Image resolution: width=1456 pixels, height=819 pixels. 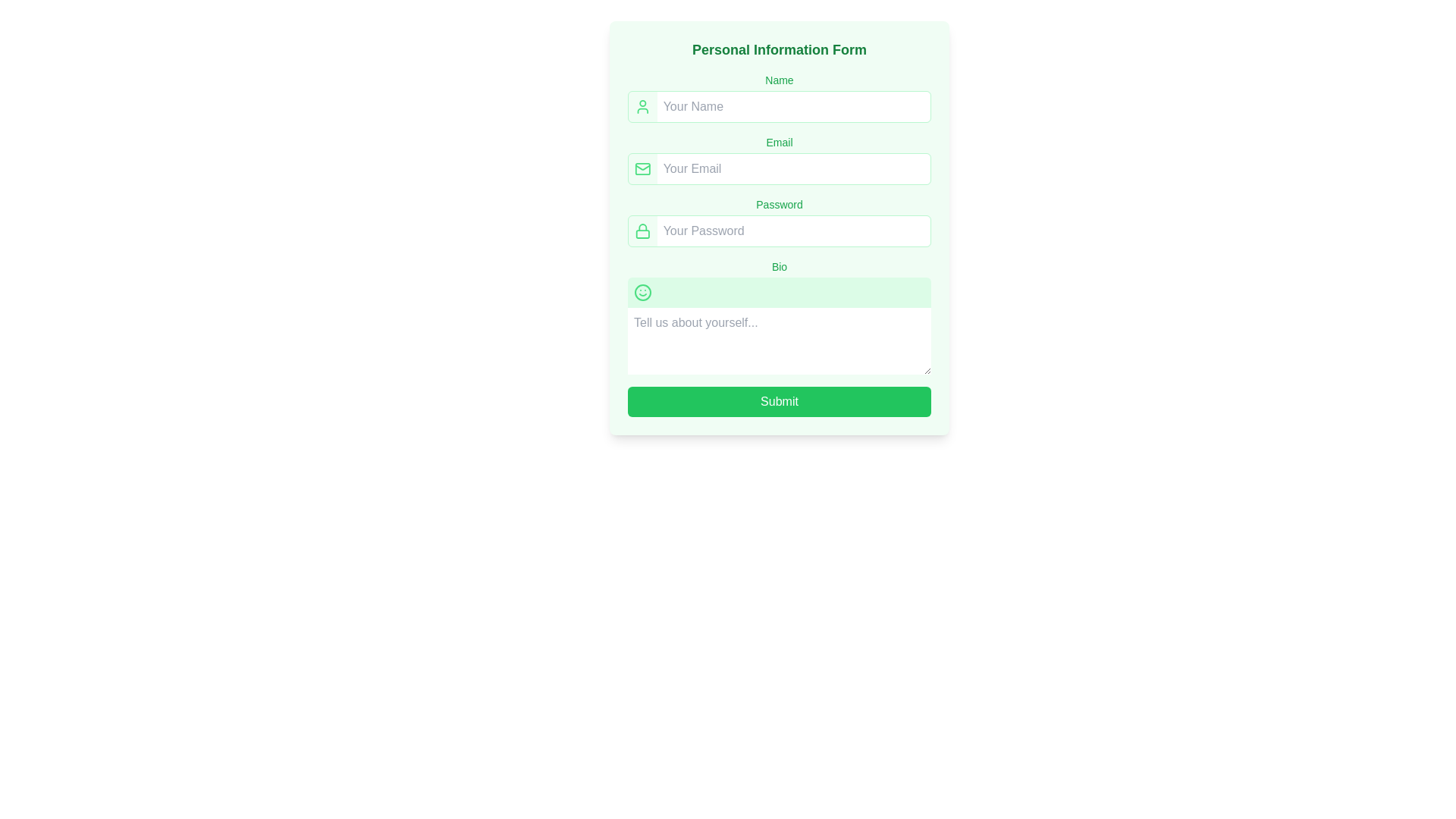 I want to click on the mail icon, which is an outlined envelope in a green color scheme, located to the left of the 'Your Email' input box, so click(x=642, y=169).